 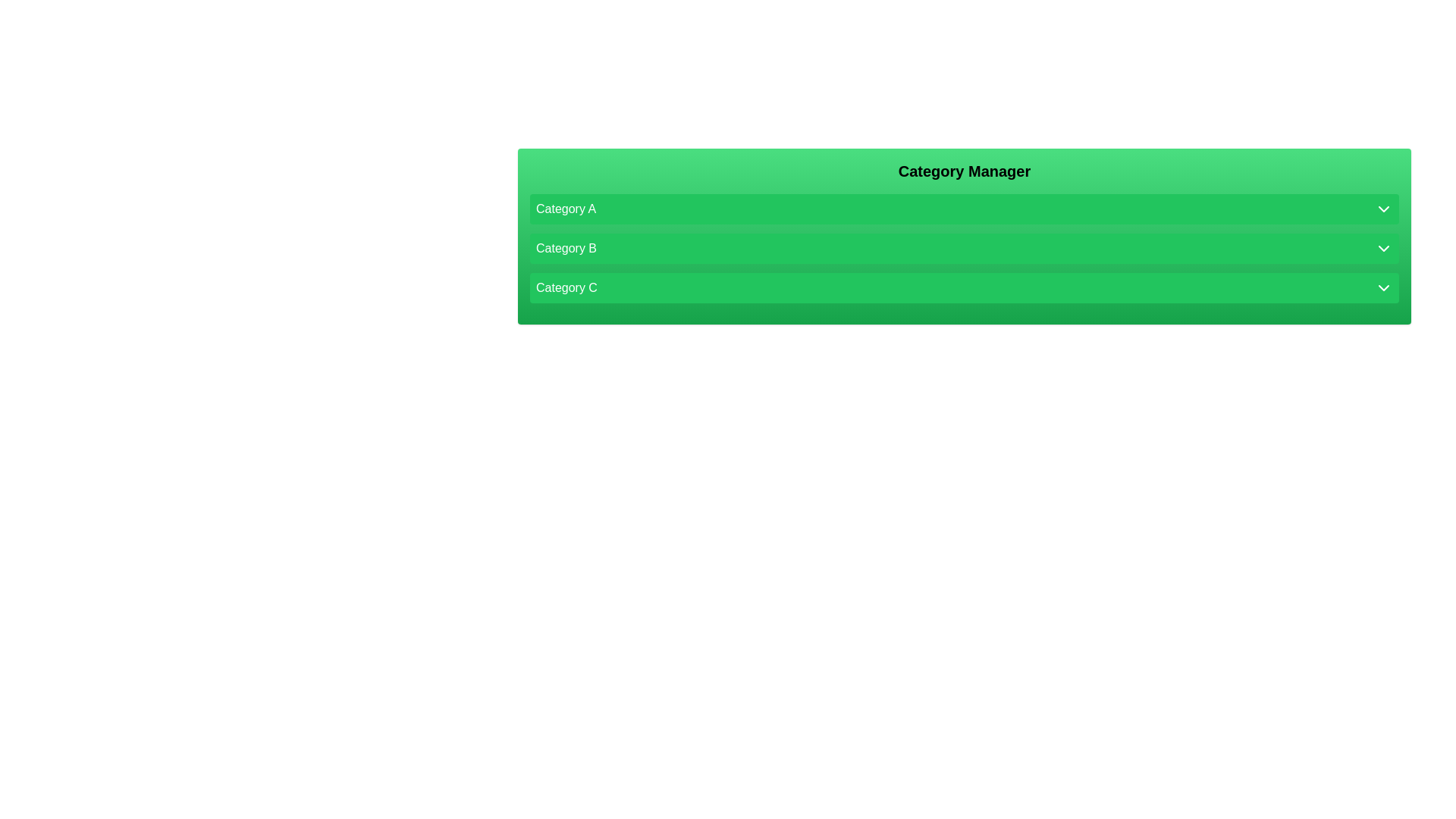 What do you see at coordinates (964, 247) in the screenshot?
I see `the text of Category B in the list` at bounding box center [964, 247].